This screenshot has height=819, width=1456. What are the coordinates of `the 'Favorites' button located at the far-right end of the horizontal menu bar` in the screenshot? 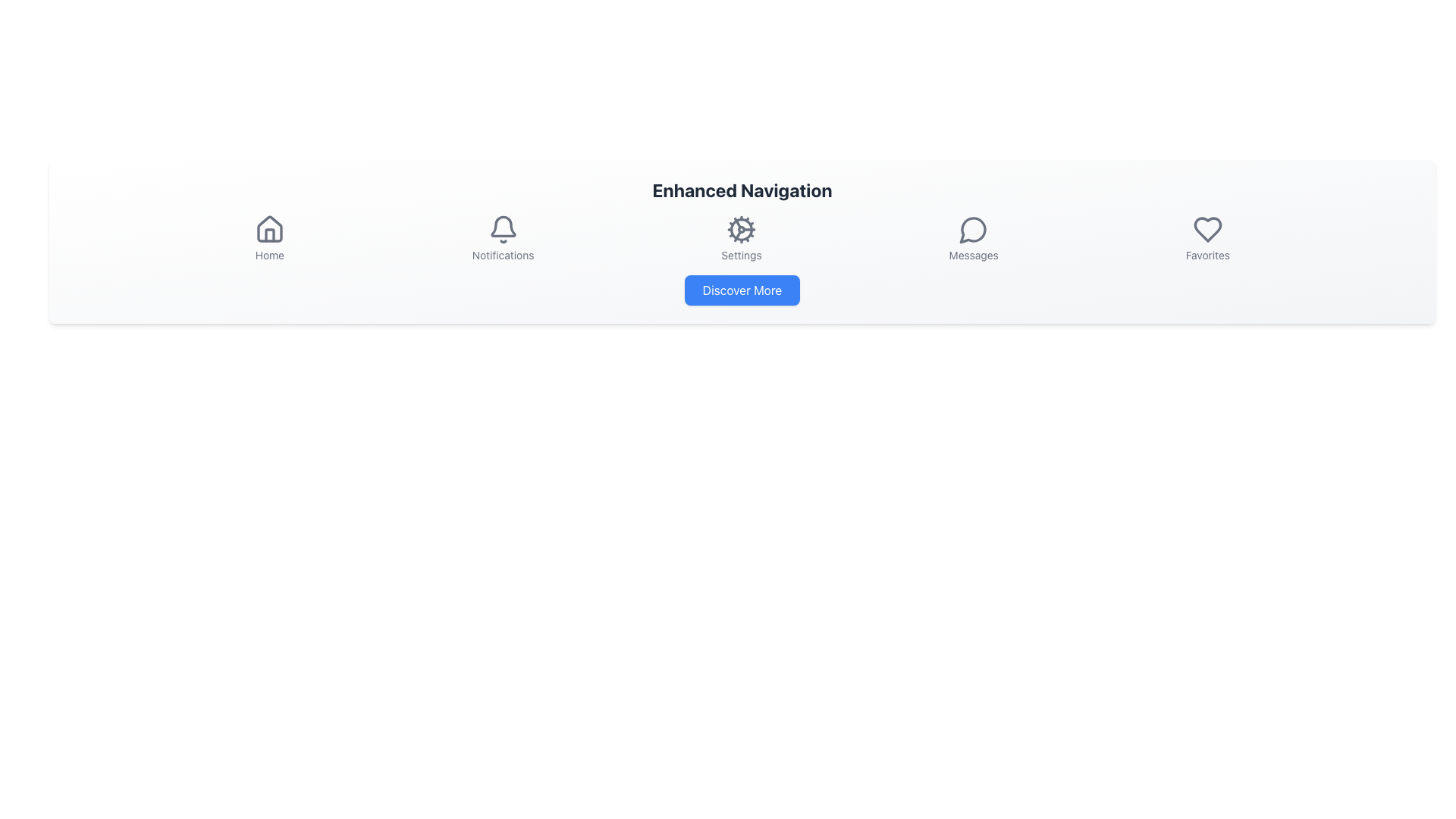 It's located at (1207, 239).